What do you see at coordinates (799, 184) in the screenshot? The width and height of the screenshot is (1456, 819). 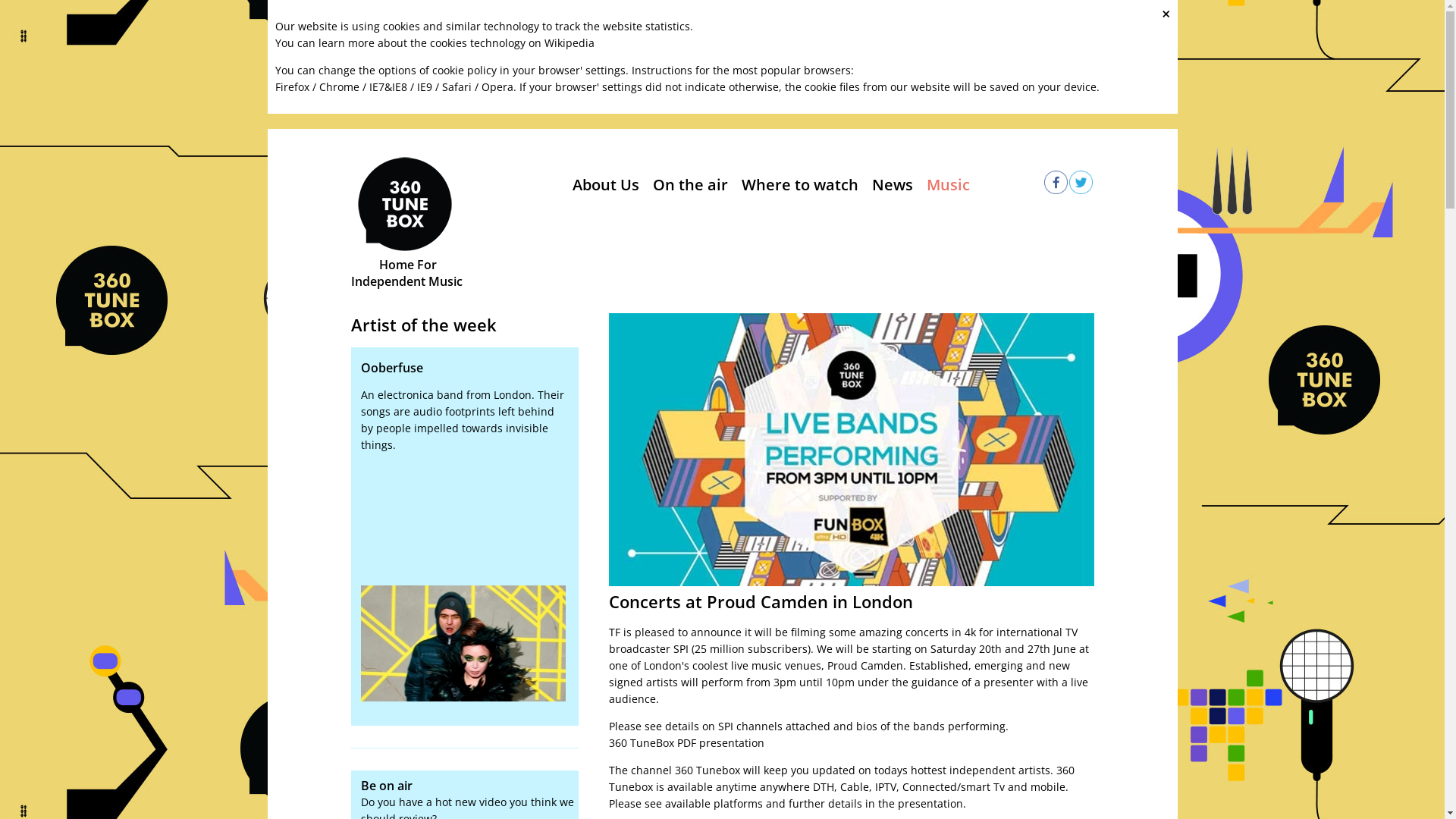 I see `'Where to watch'` at bounding box center [799, 184].